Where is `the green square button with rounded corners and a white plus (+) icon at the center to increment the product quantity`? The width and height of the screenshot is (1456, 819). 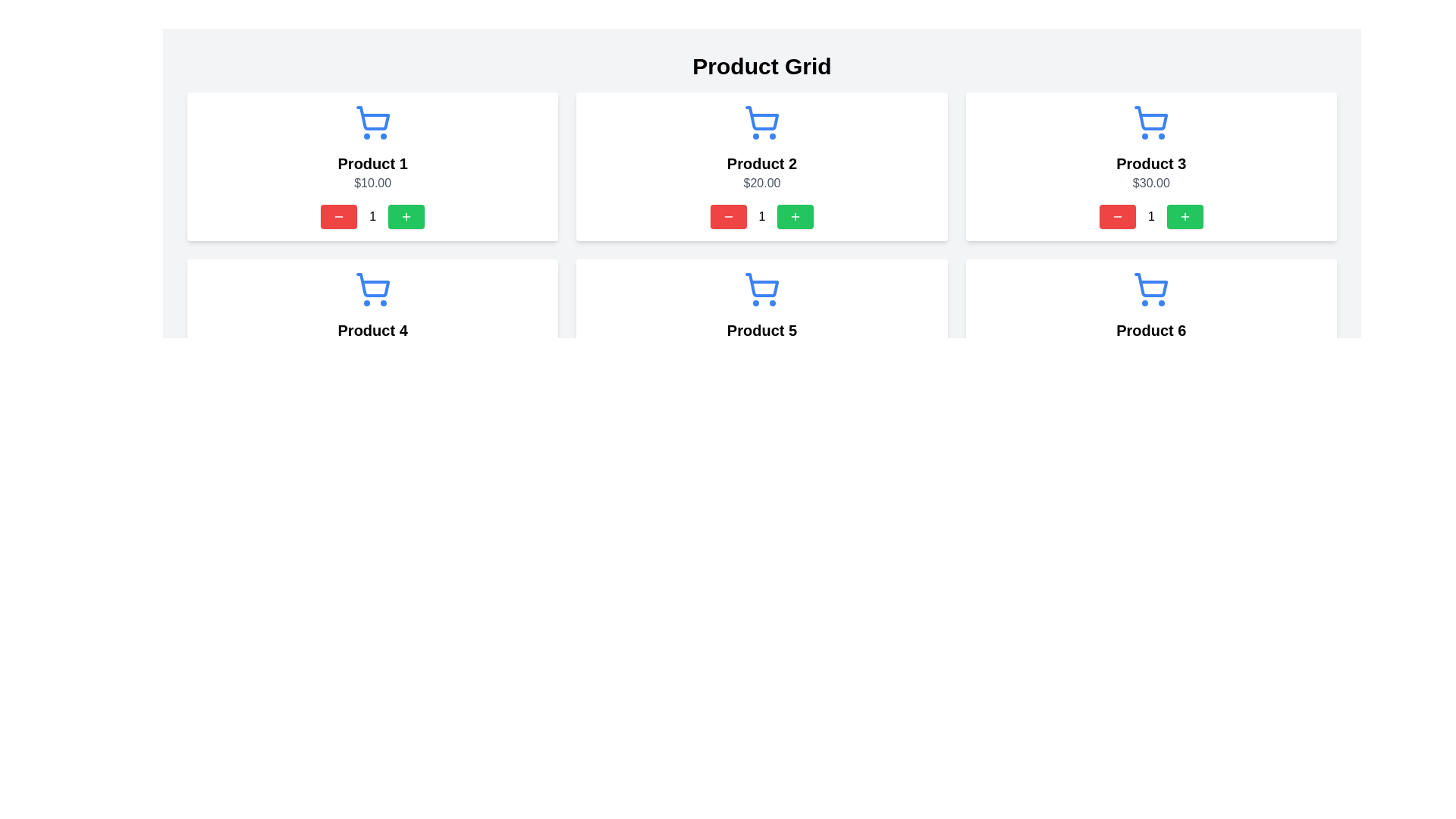
the green square button with rounded corners and a white plus (+) icon at the center to increment the product quantity is located at coordinates (406, 216).